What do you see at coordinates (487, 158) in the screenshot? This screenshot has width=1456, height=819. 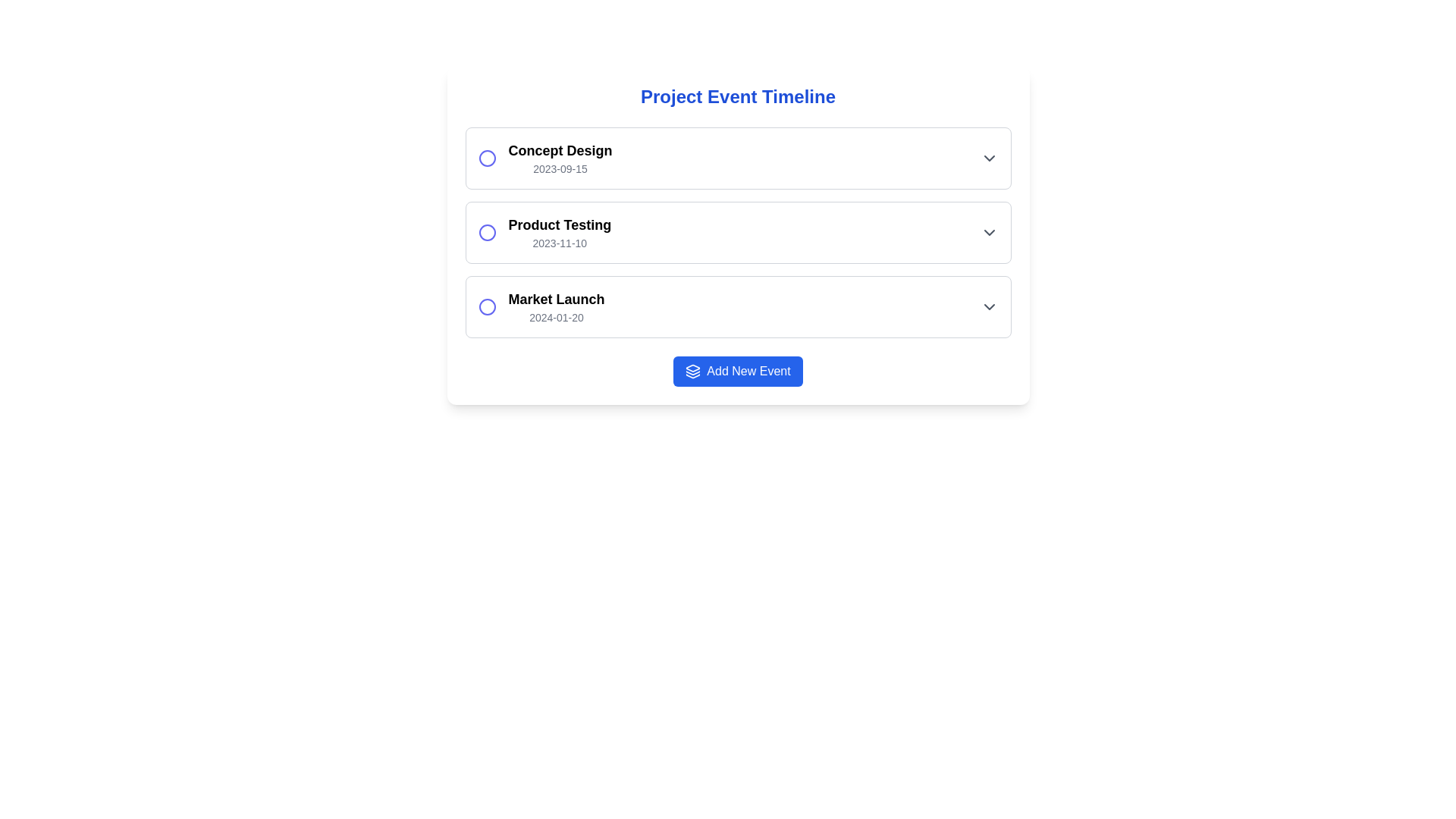 I see `the first circular icon representing the status or selection marker for the 'Concept Design' event, located to the left of the text content` at bounding box center [487, 158].